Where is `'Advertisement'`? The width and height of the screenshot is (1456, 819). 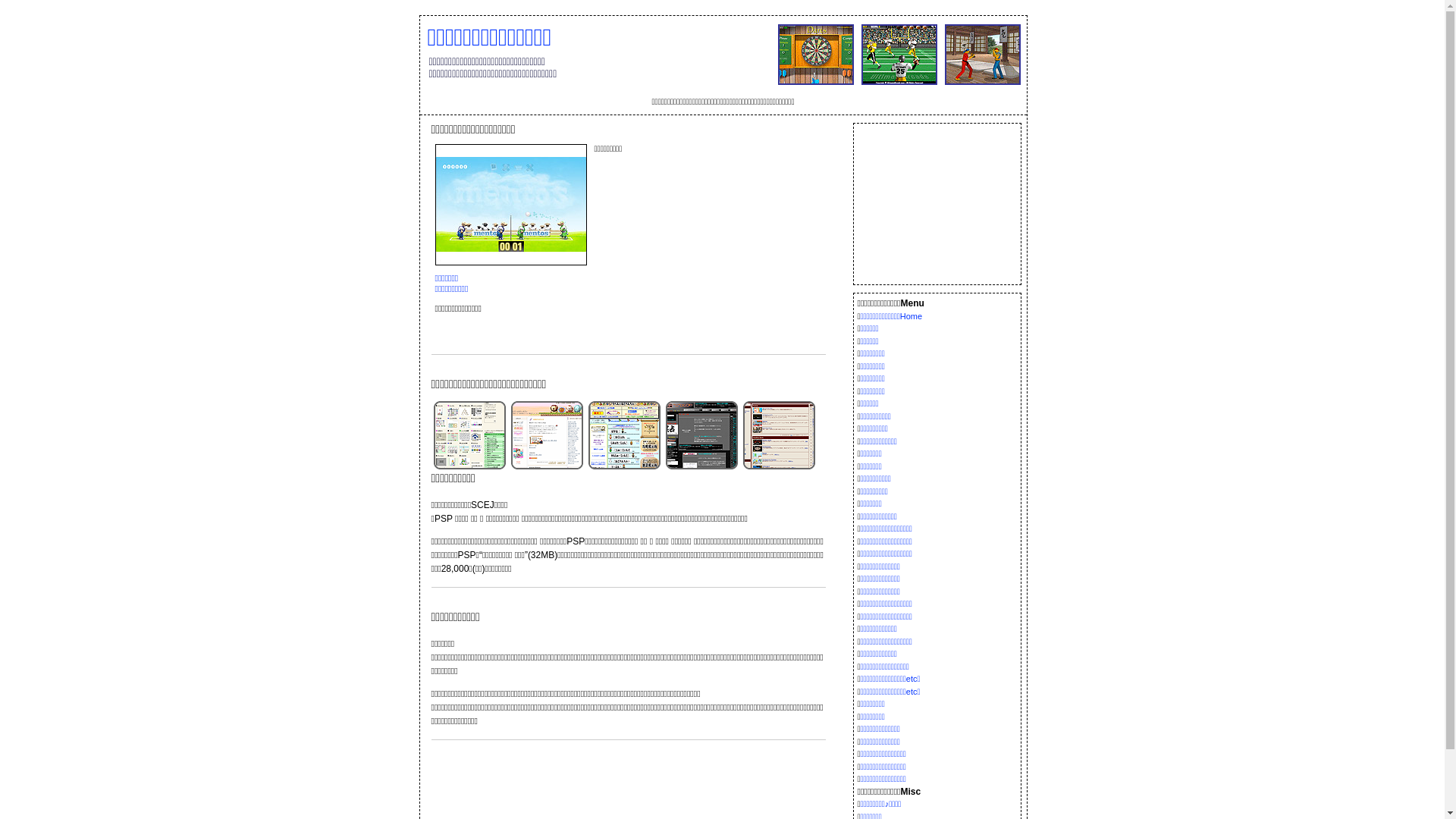
'Advertisement' is located at coordinates (937, 202).